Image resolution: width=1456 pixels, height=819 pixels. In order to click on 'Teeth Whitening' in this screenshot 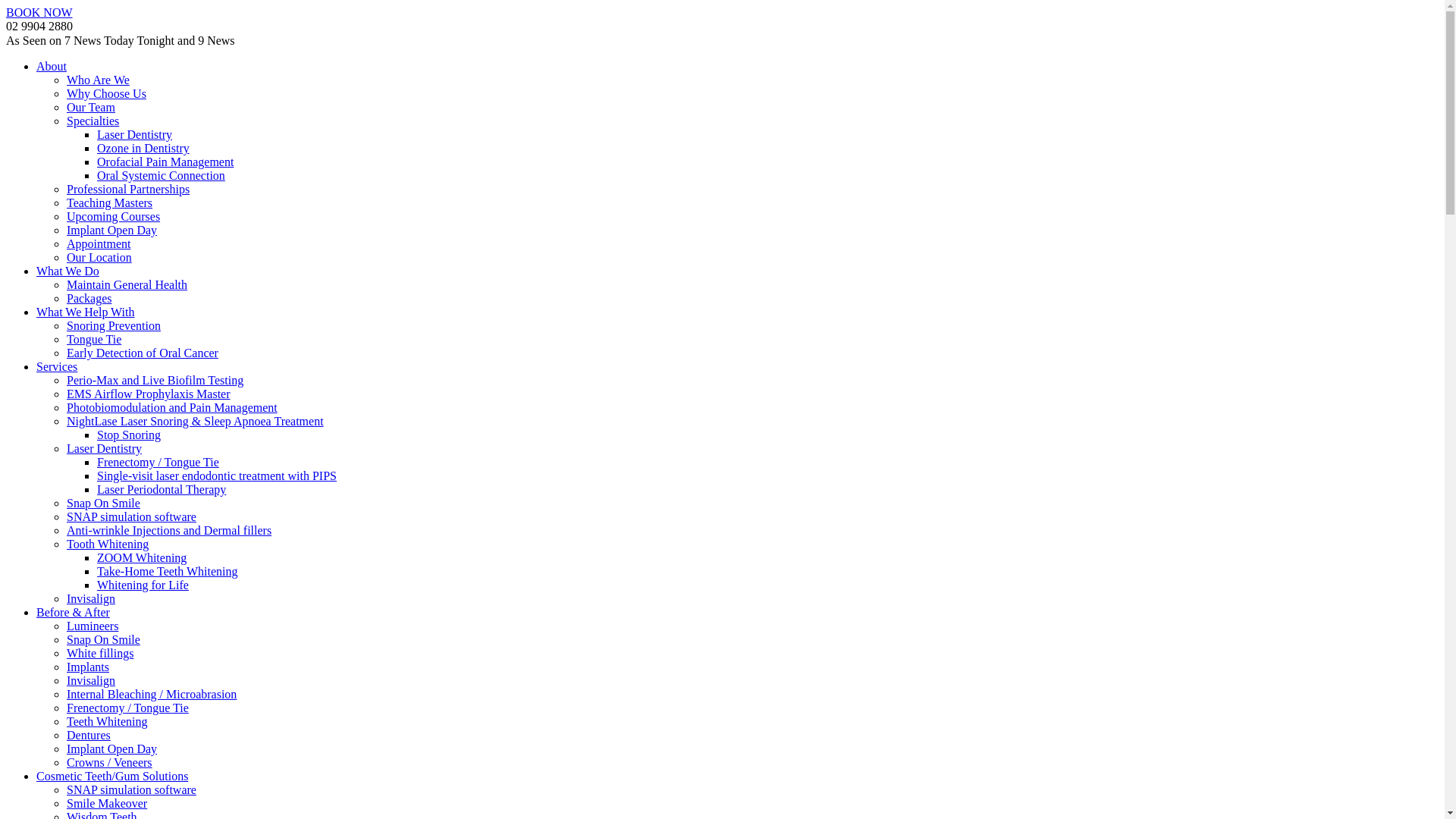, I will do `click(106, 720)`.